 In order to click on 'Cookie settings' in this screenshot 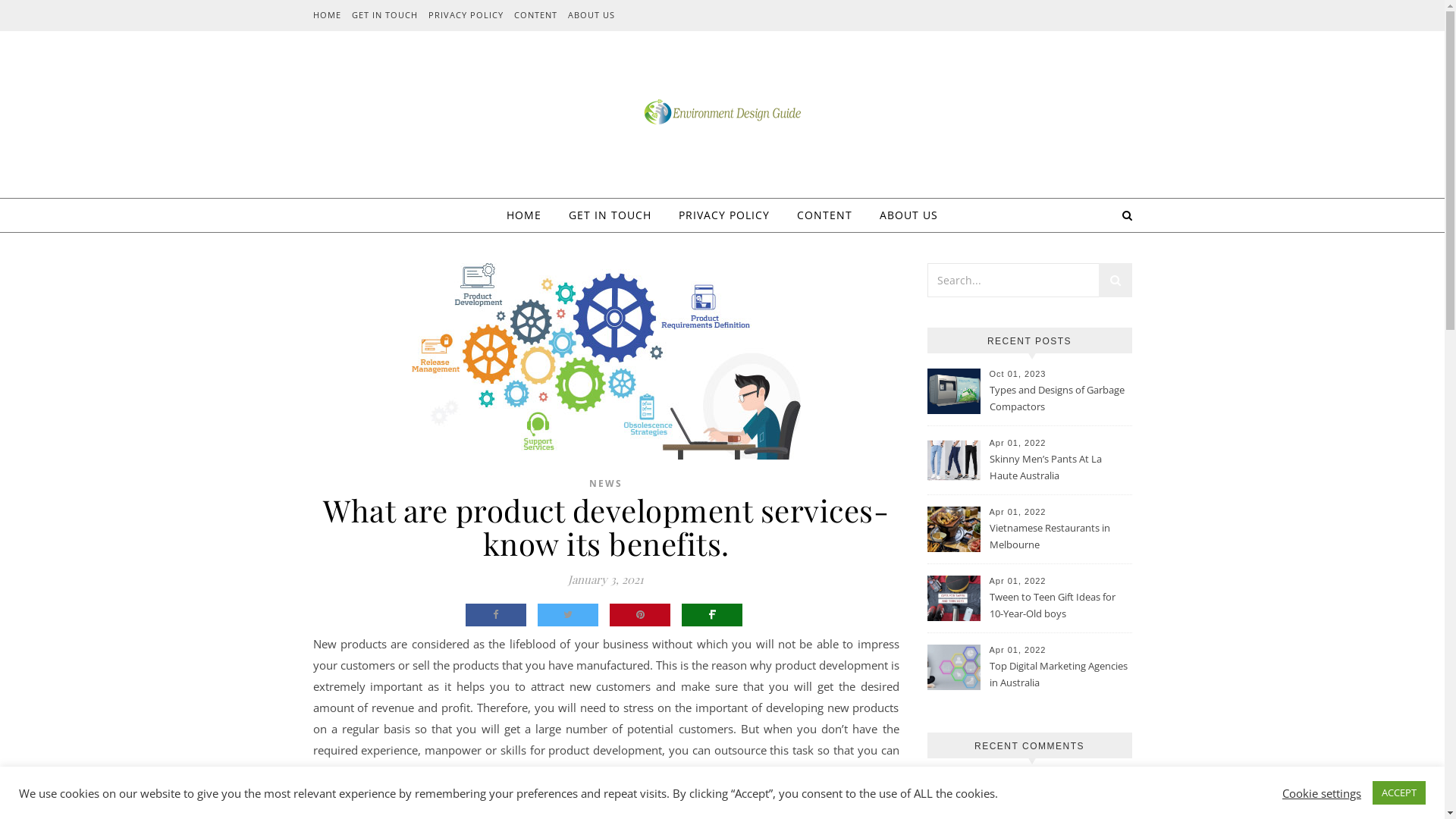, I will do `click(1320, 792)`.